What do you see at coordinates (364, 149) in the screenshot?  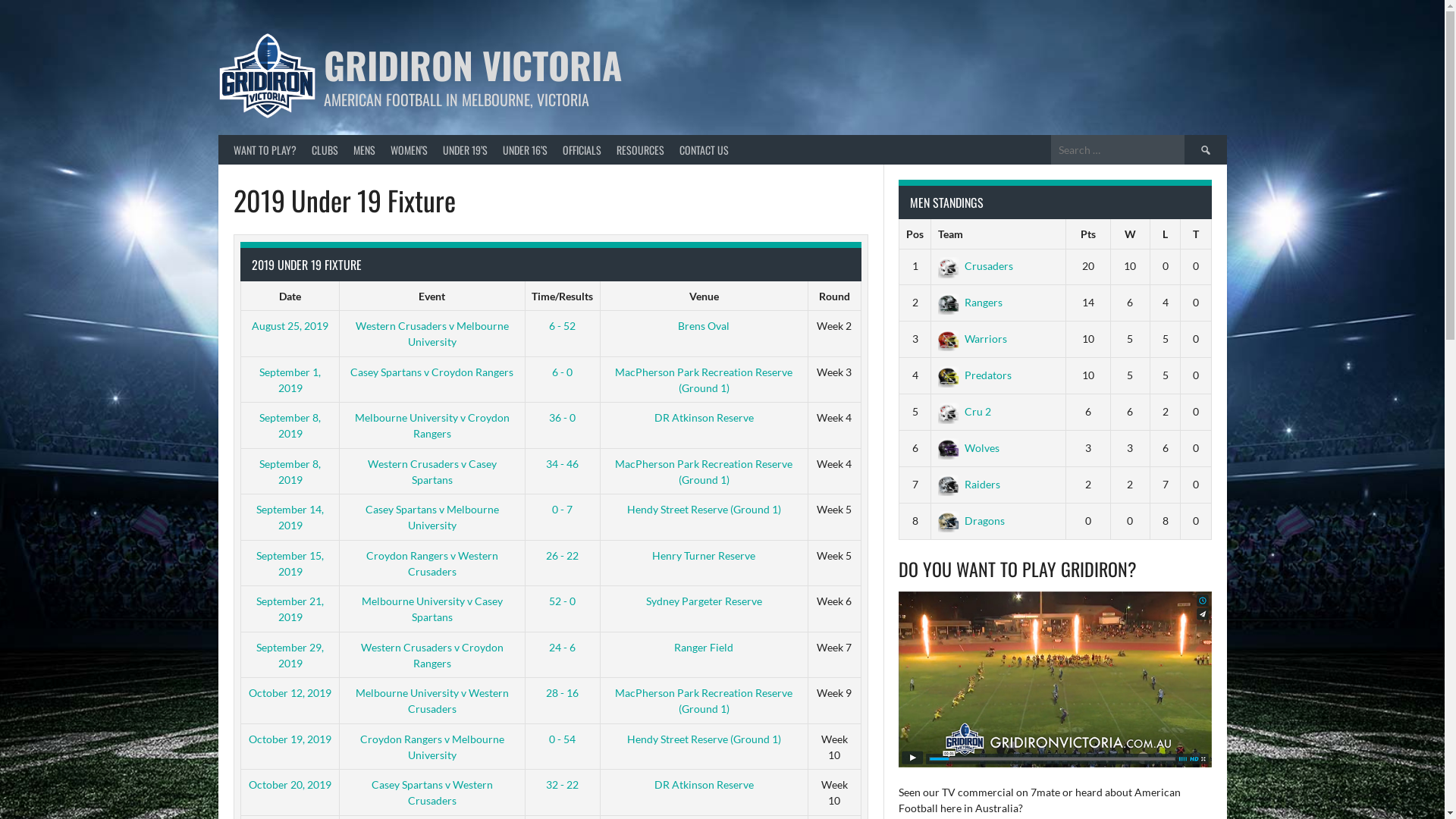 I see `'MENS'` at bounding box center [364, 149].